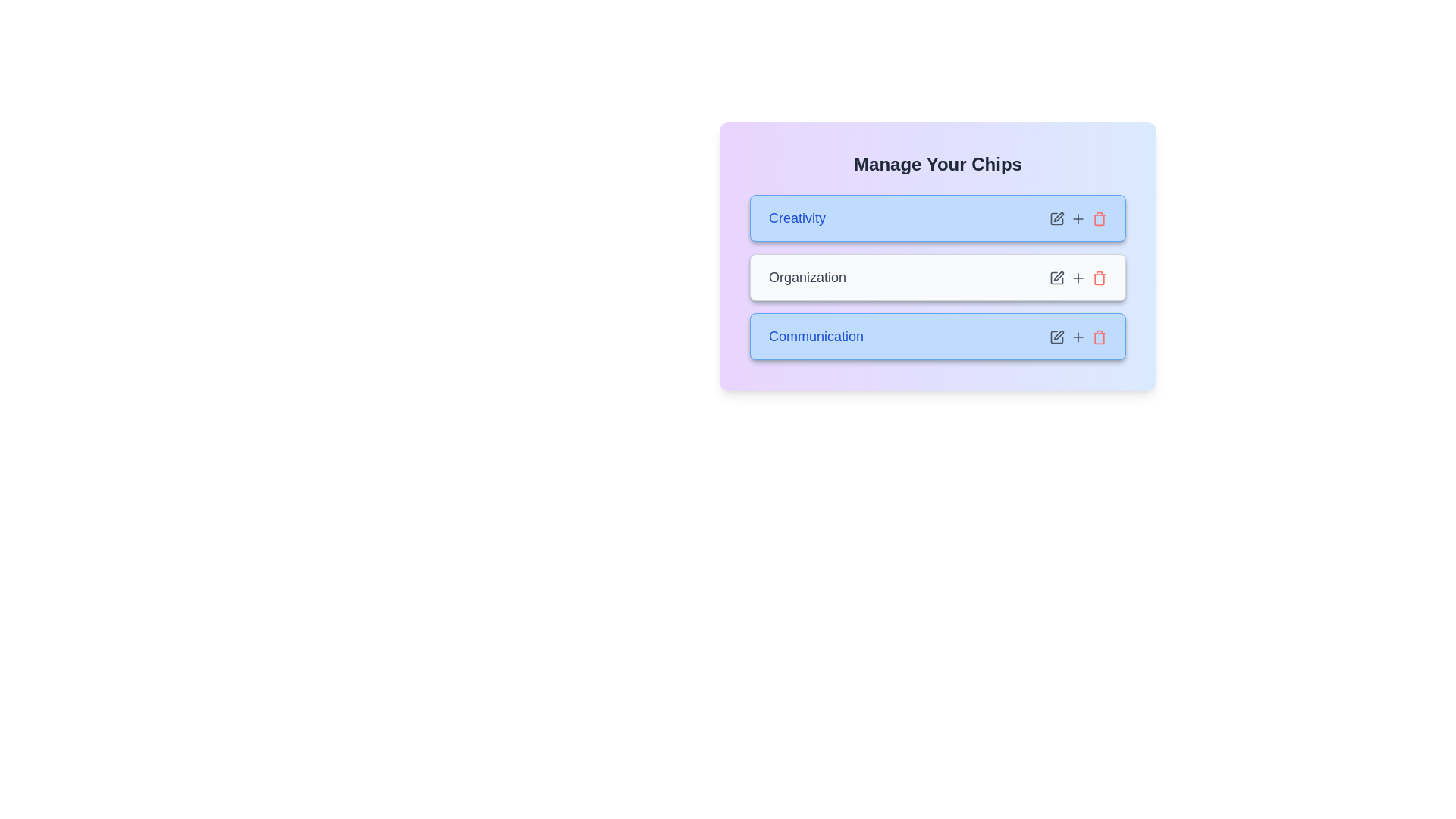 This screenshot has width=1456, height=819. What do you see at coordinates (937, 335) in the screenshot?
I see `the chip item labeled 'Communication' to observe visual feedback` at bounding box center [937, 335].